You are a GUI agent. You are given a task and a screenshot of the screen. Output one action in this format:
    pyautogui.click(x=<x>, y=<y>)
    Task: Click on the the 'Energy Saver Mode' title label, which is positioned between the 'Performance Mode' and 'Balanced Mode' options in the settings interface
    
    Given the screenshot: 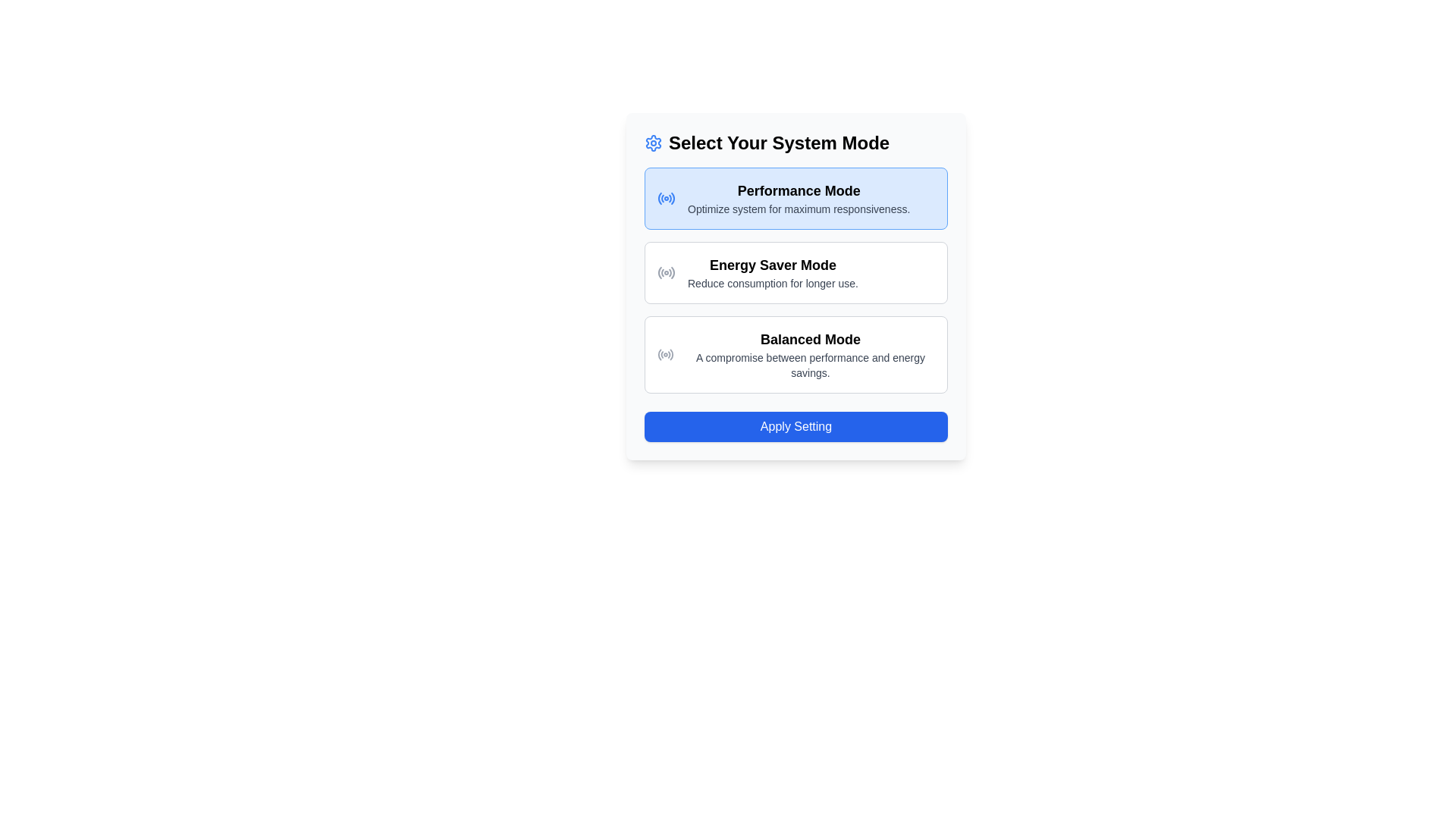 What is the action you would take?
    pyautogui.click(x=773, y=265)
    